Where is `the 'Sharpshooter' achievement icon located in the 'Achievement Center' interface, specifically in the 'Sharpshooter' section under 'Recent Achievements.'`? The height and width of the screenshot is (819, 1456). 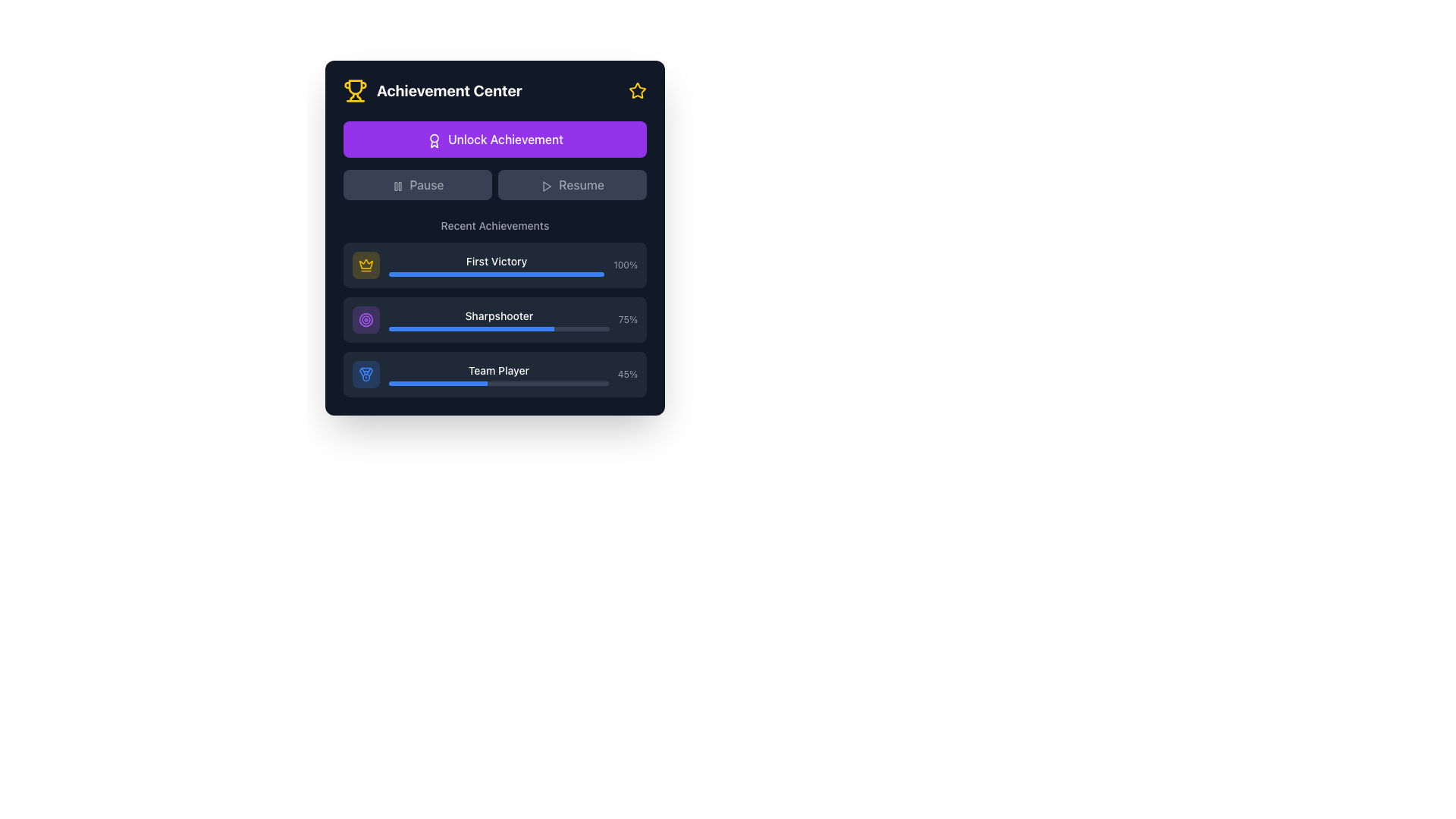 the 'Sharpshooter' achievement icon located in the 'Achievement Center' interface, specifically in the 'Sharpshooter' section under 'Recent Achievements.' is located at coordinates (366, 318).